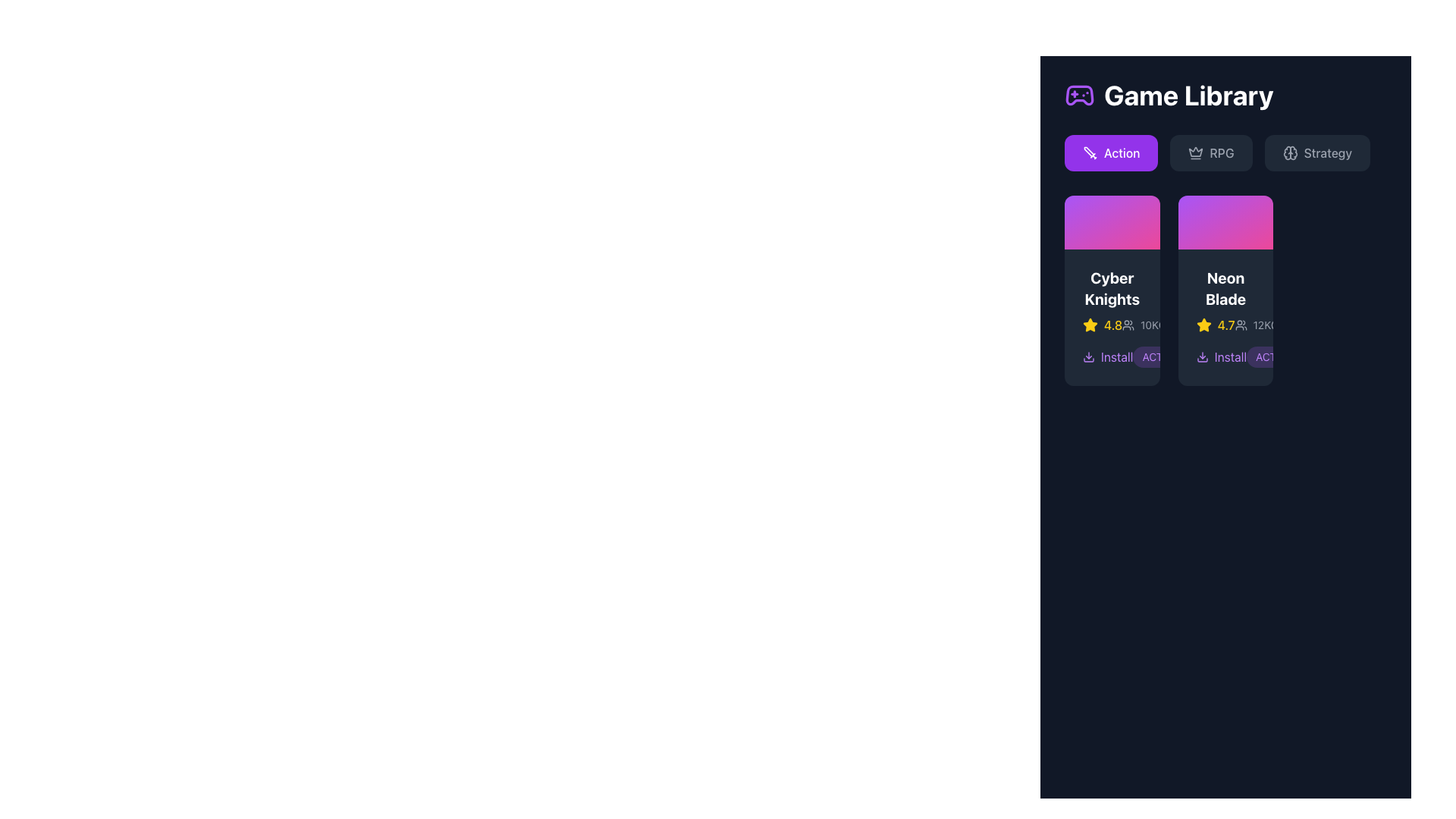  I want to click on the 'Cyber Knights' interactive card, so click(1112, 290).